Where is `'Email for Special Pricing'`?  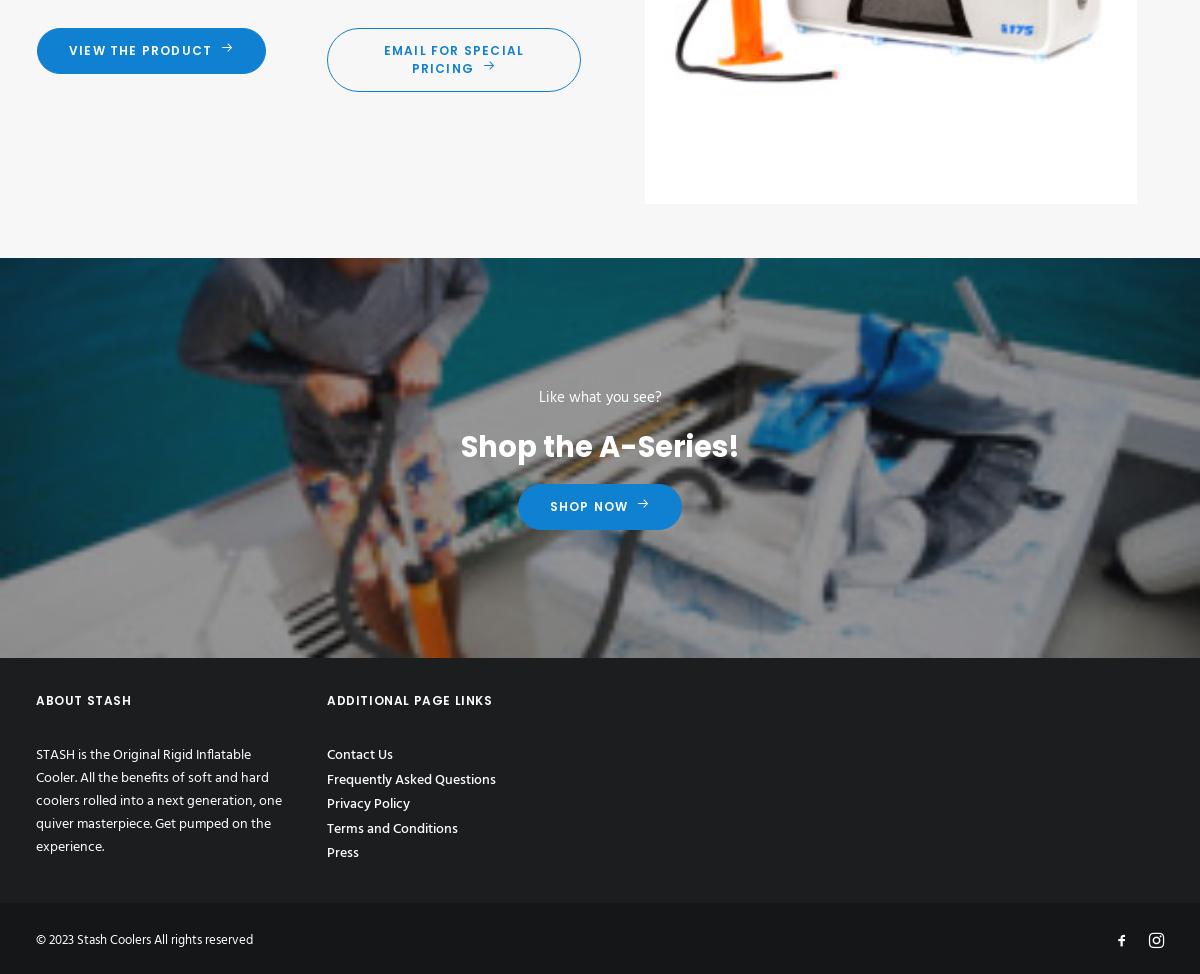 'Email for Special Pricing' is located at coordinates (454, 59).